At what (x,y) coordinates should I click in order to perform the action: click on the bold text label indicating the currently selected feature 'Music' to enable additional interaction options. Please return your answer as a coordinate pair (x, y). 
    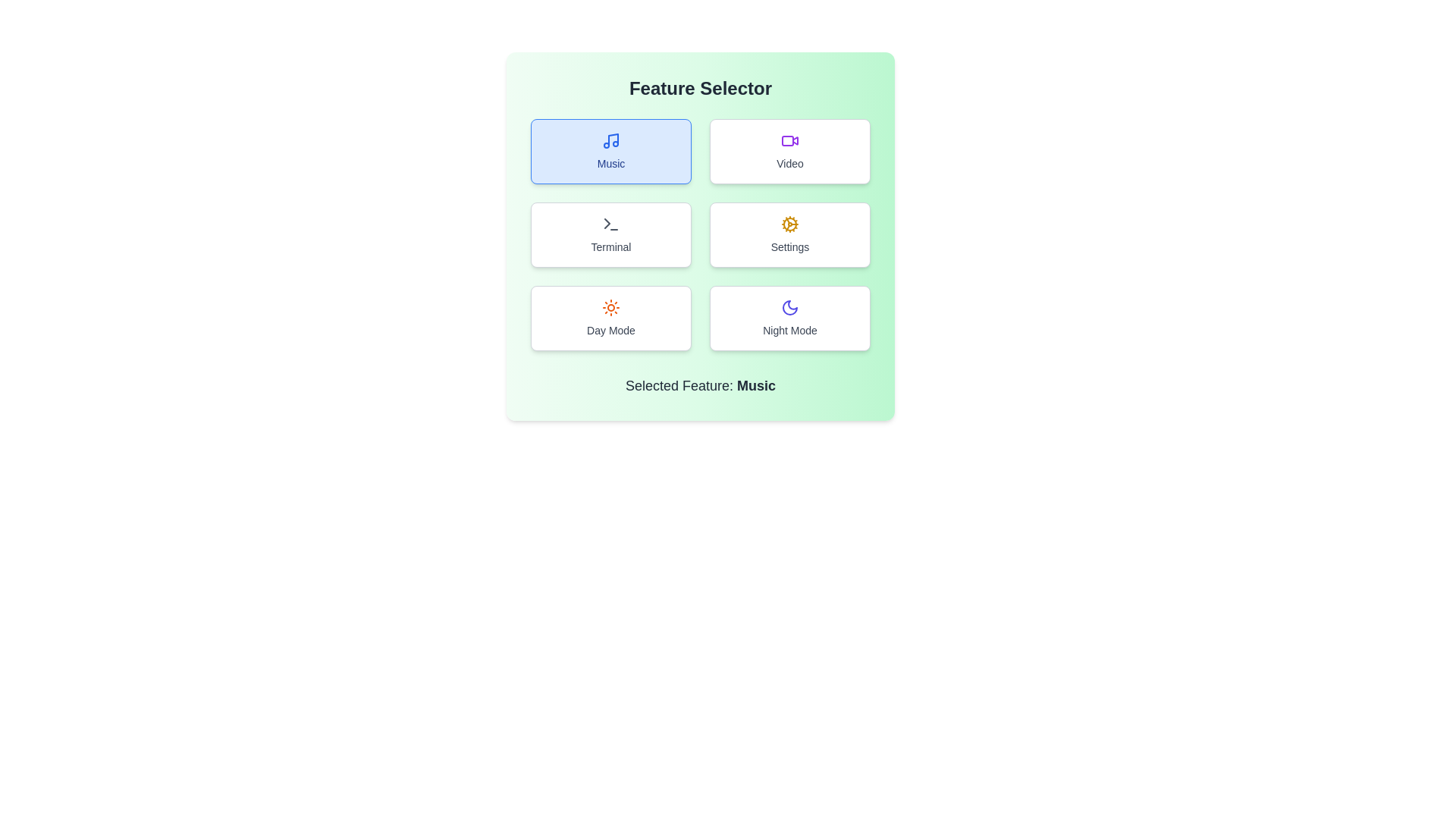
    Looking at the image, I should click on (756, 385).